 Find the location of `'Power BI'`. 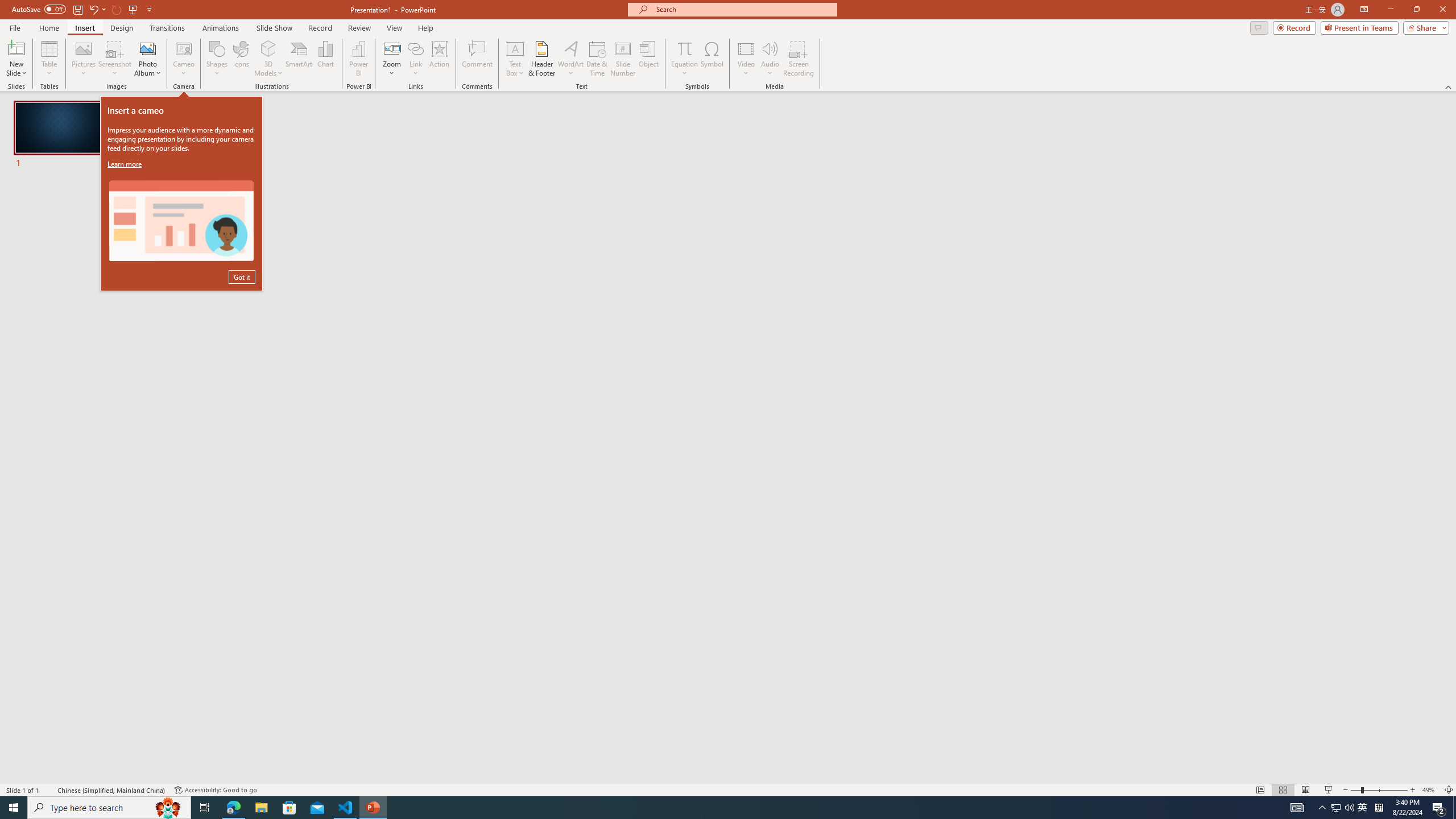

'Power BI' is located at coordinates (359, 59).